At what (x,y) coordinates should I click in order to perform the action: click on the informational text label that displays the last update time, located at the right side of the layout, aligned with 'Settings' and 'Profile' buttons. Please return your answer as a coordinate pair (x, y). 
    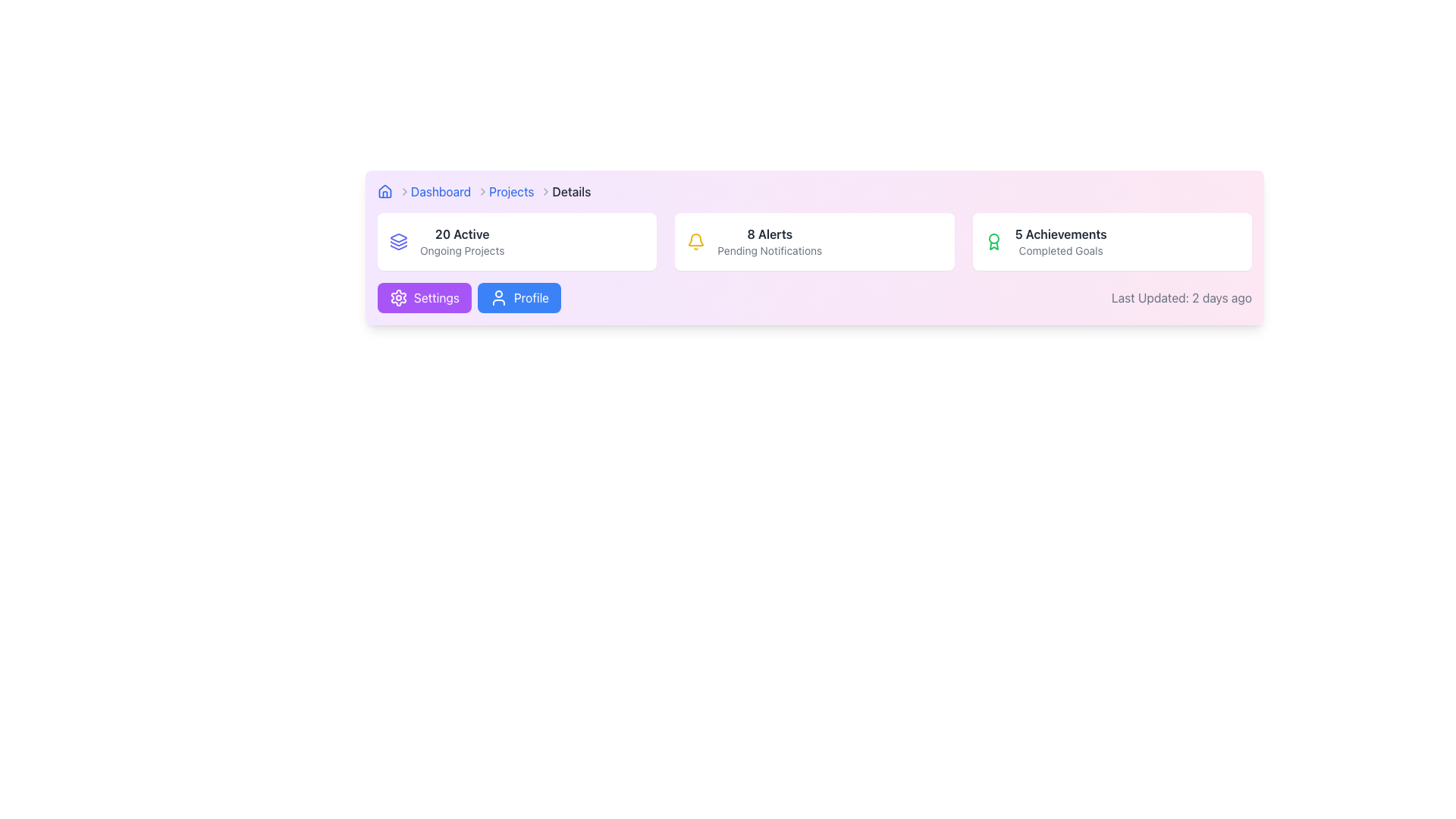
    Looking at the image, I should click on (1181, 298).